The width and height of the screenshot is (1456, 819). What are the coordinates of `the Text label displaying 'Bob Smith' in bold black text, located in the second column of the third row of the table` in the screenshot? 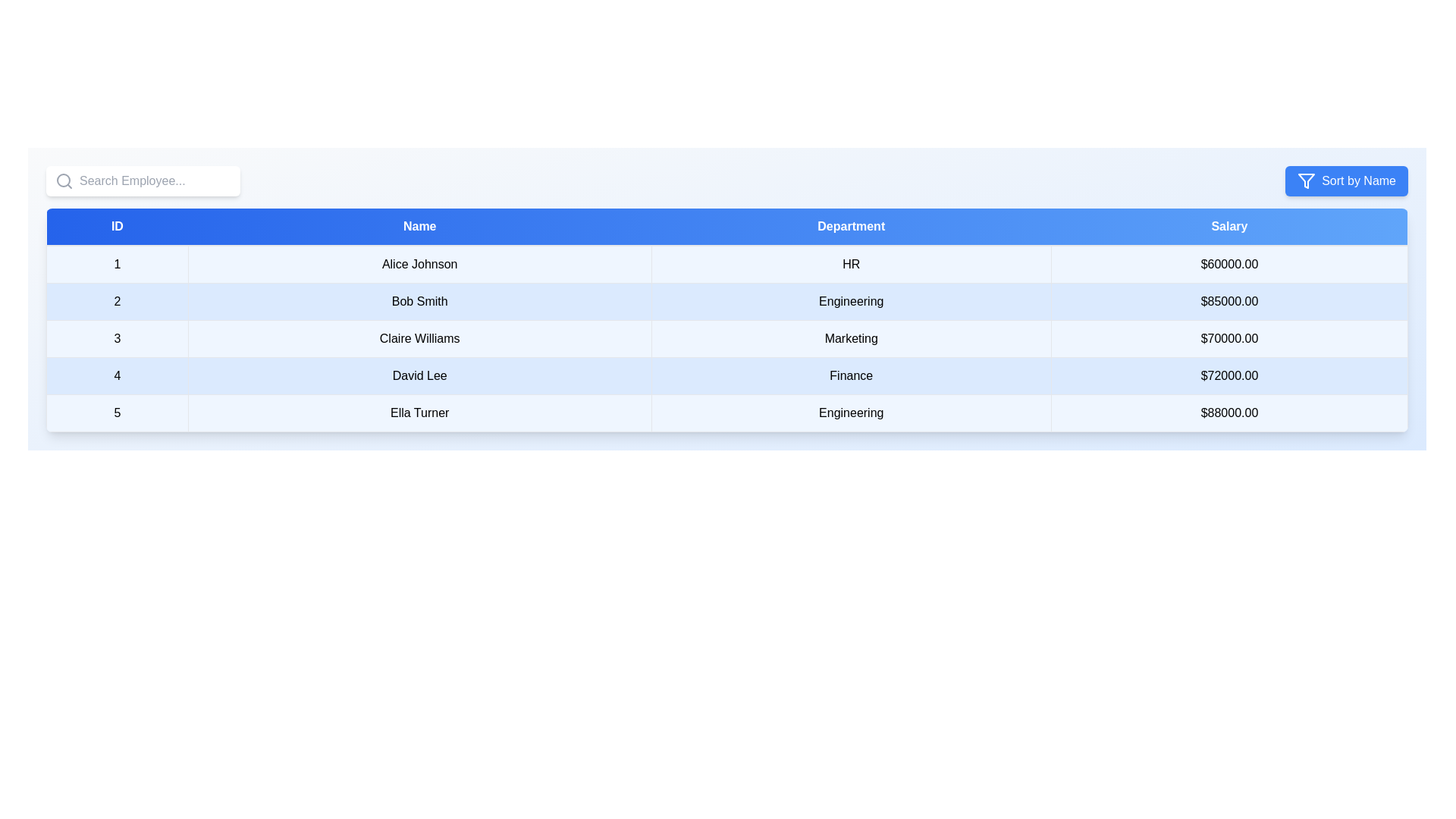 It's located at (419, 301).